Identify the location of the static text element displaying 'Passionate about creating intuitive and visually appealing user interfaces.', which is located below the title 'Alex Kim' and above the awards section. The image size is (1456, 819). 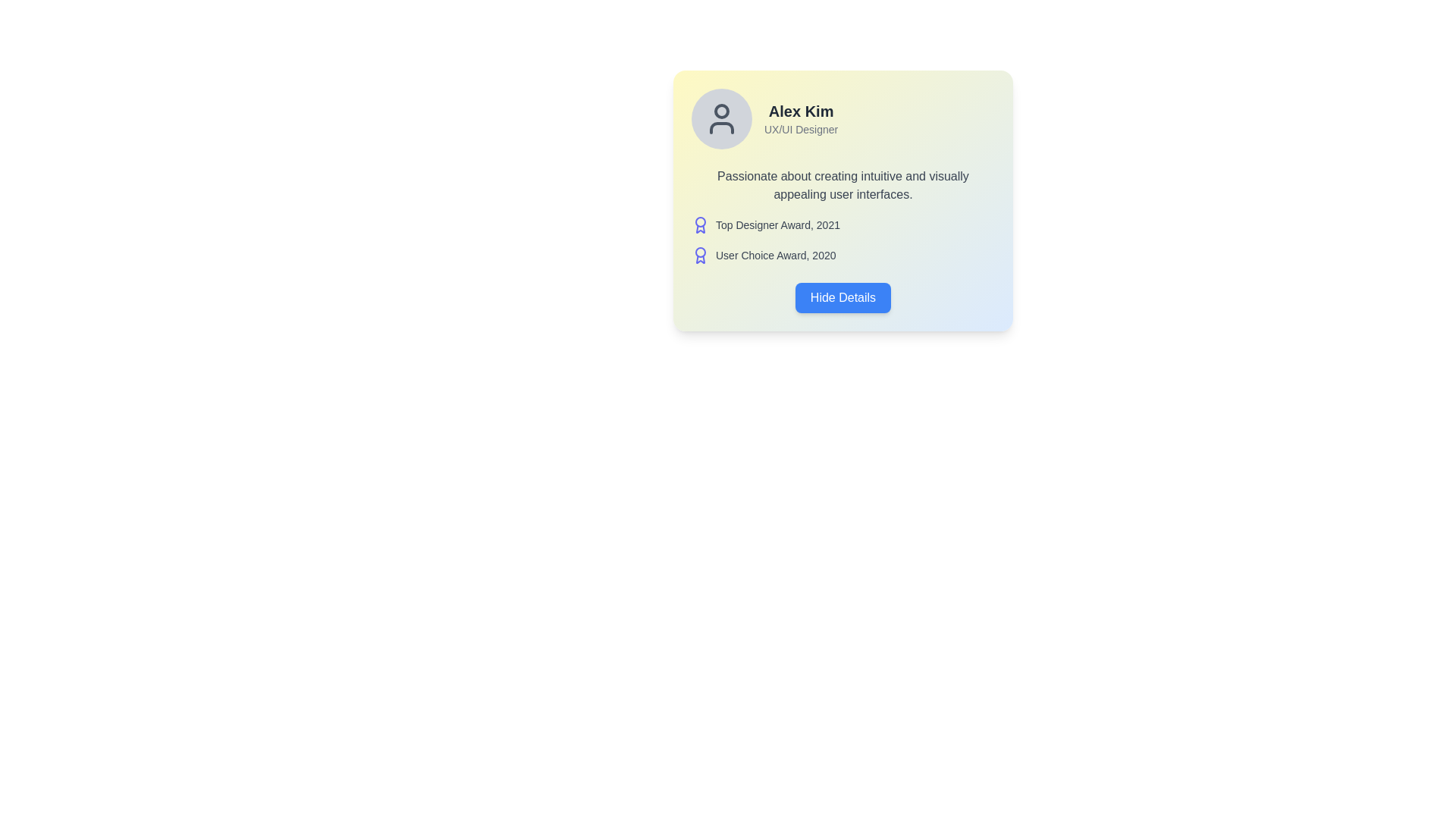
(843, 185).